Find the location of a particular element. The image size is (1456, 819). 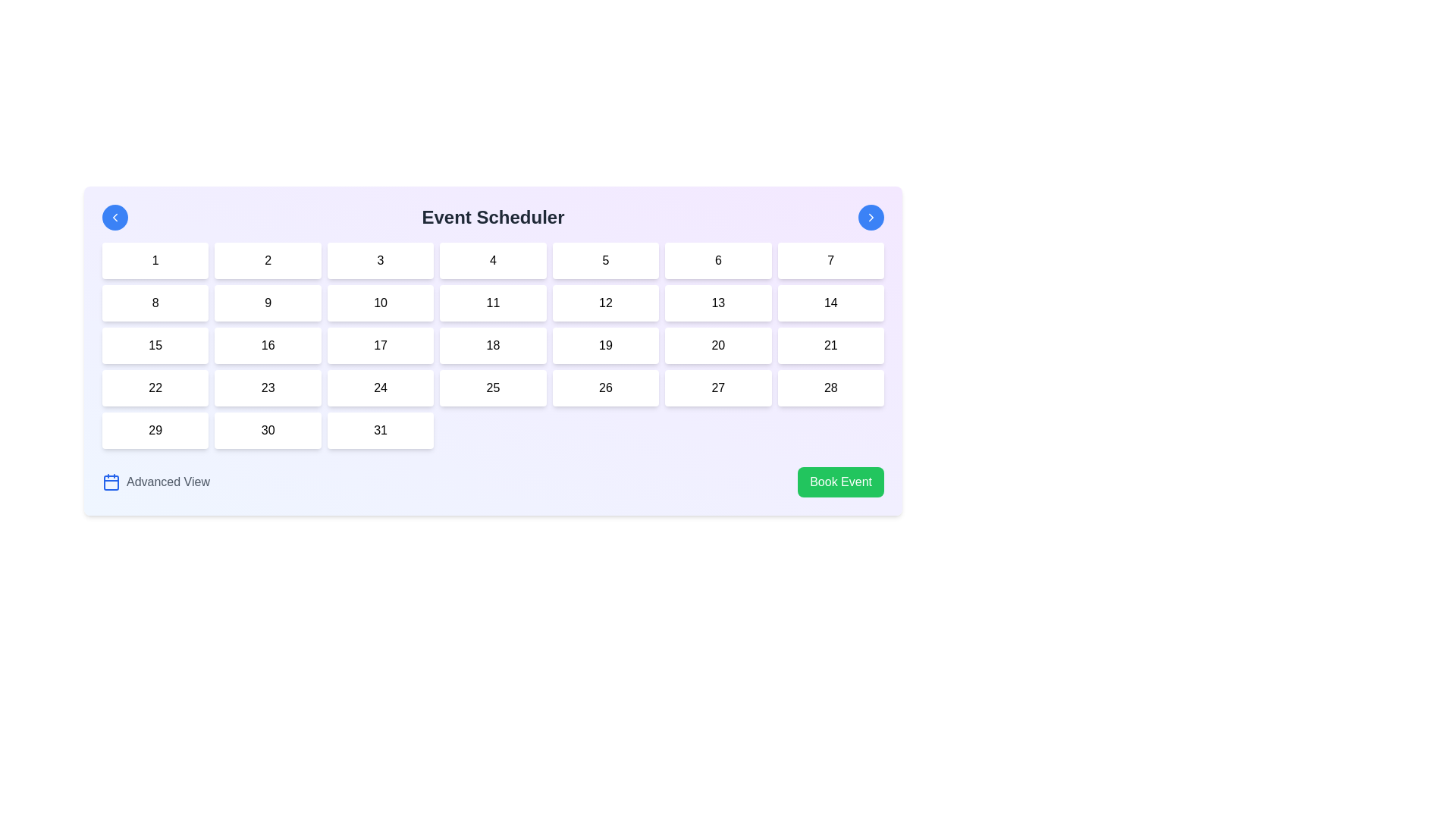

the interactive button representing the value '7' is located at coordinates (830, 259).